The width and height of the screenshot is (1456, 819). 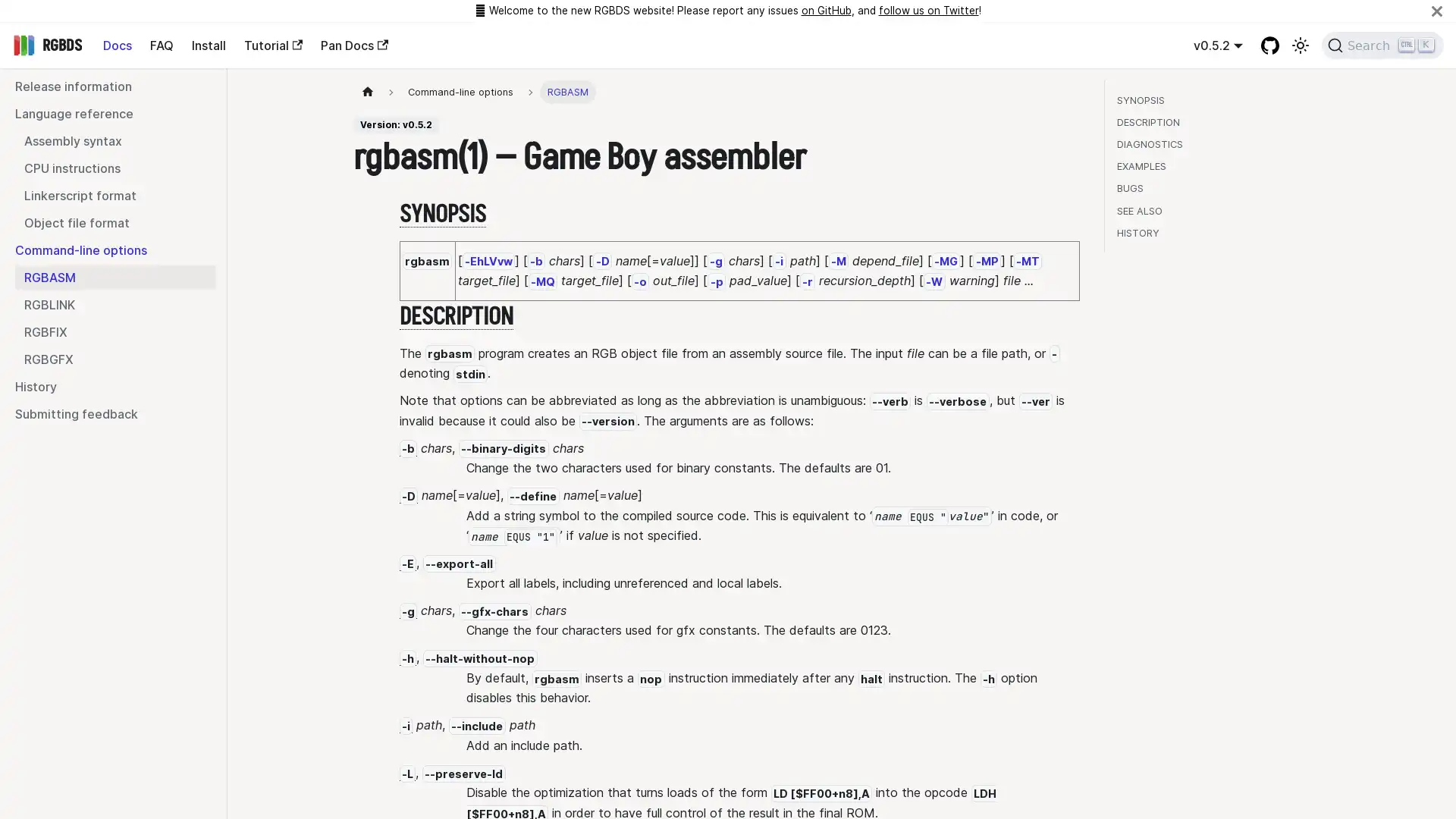 What do you see at coordinates (1299, 45) in the screenshot?
I see `Switch between dark and light mode (currently light mode)` at bounding box center [1299, 45].